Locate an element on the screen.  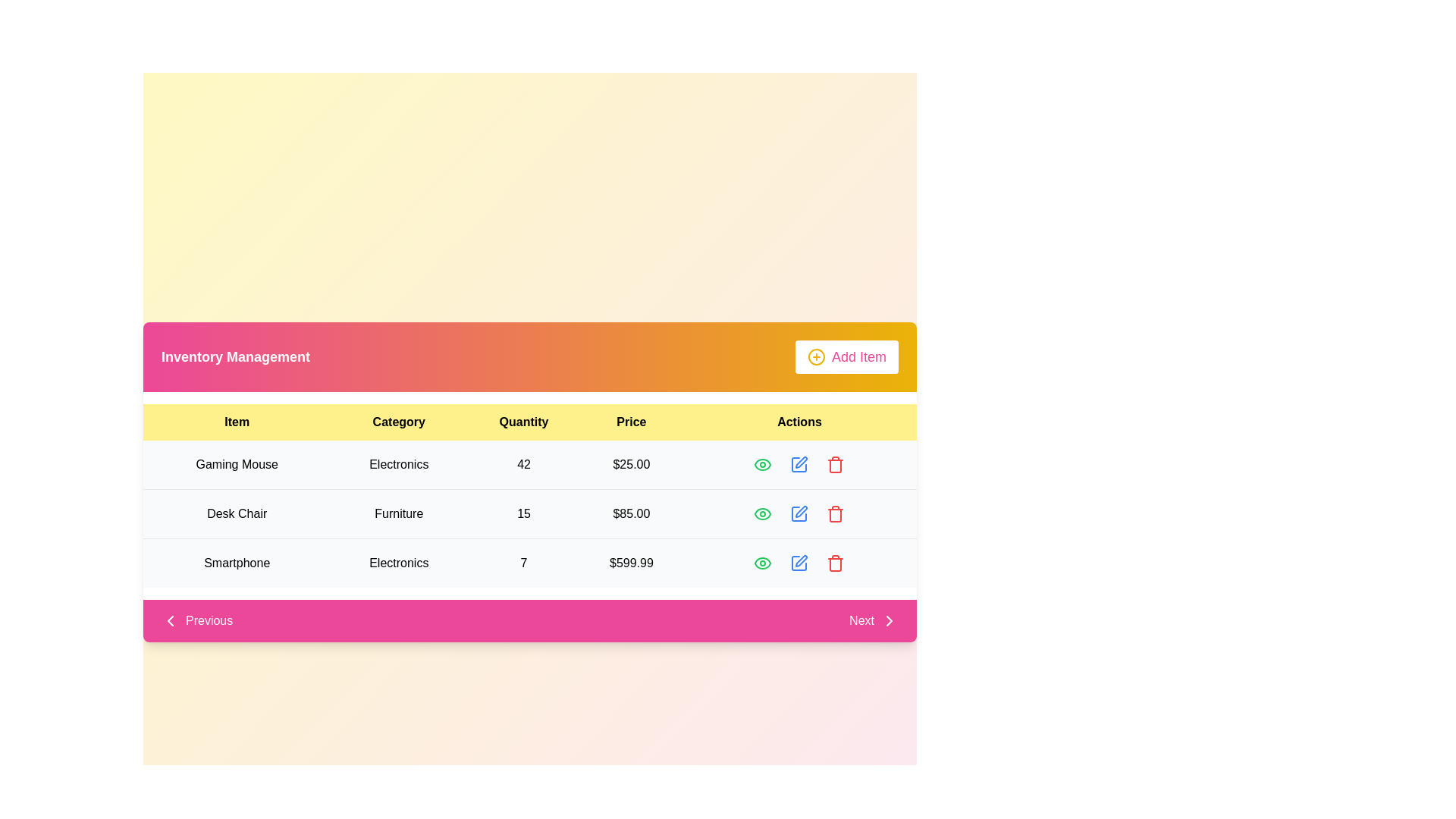
the delete button located in the last row of the table under the 'Actions' column, which is the third button in a horizontal arrangement after the 'view' and 'edit' buttons, to initiate deletion is located at coordinates (835, 563).